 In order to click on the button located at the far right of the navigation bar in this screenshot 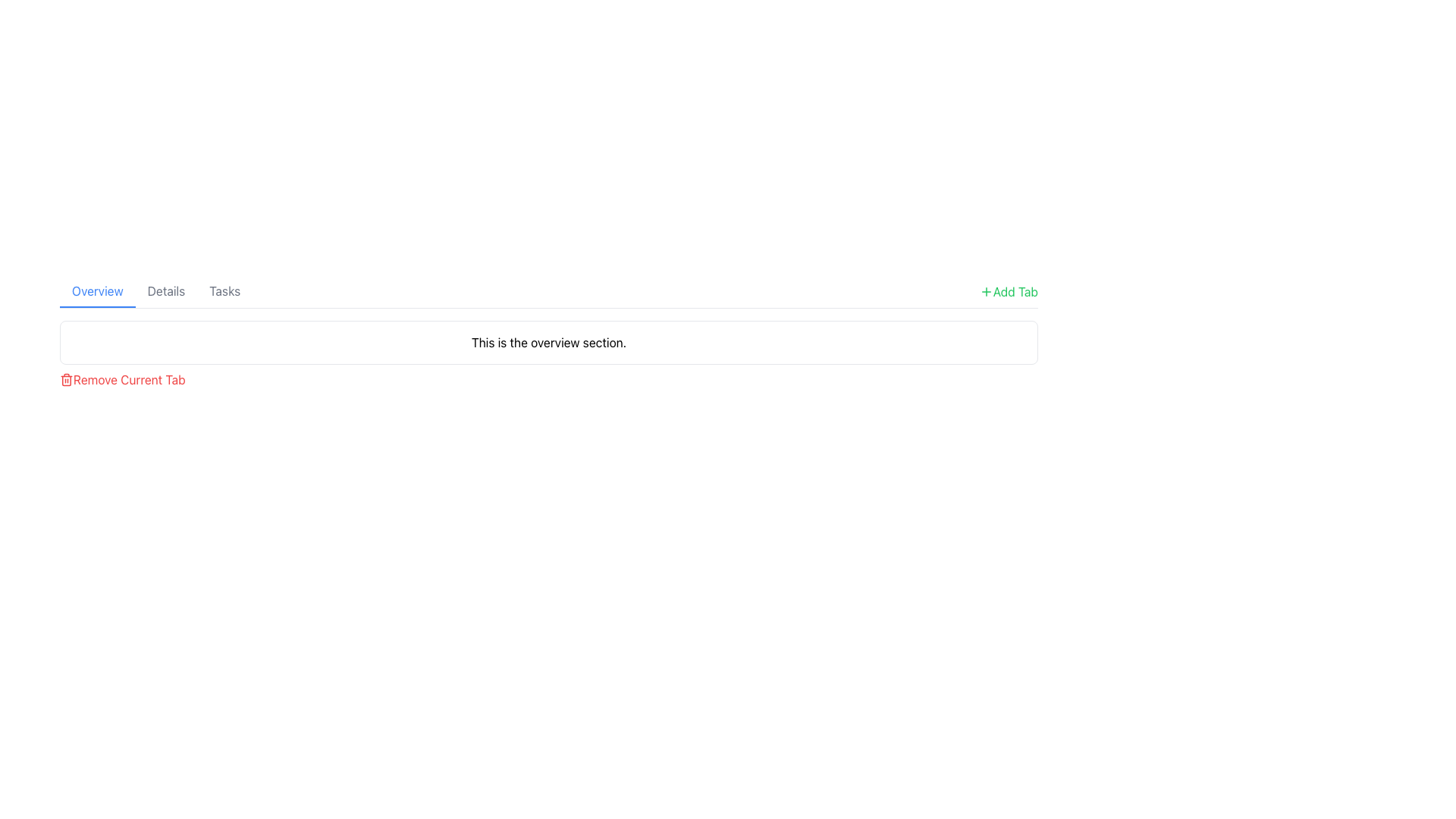, I will do `click(1008, 292)`.